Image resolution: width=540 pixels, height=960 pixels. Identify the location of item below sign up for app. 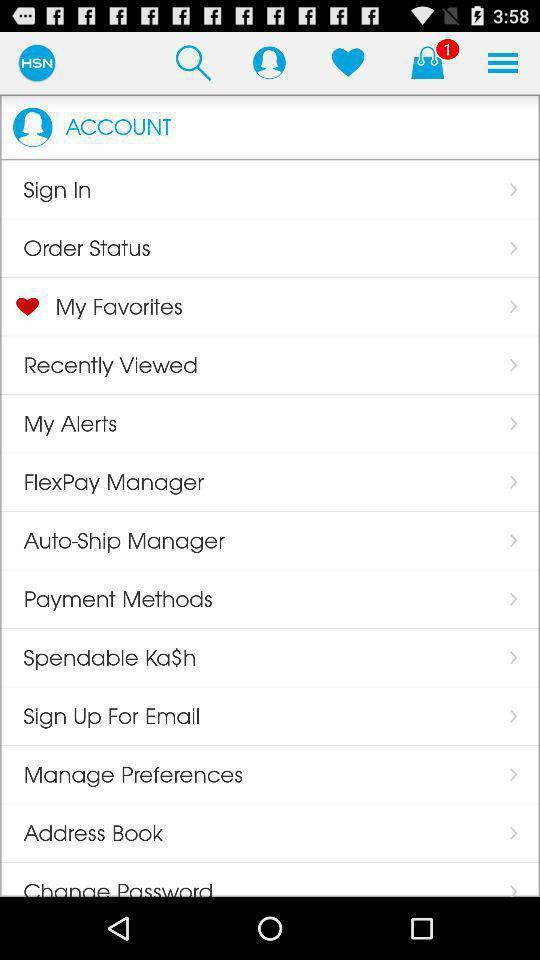
(121, 773).